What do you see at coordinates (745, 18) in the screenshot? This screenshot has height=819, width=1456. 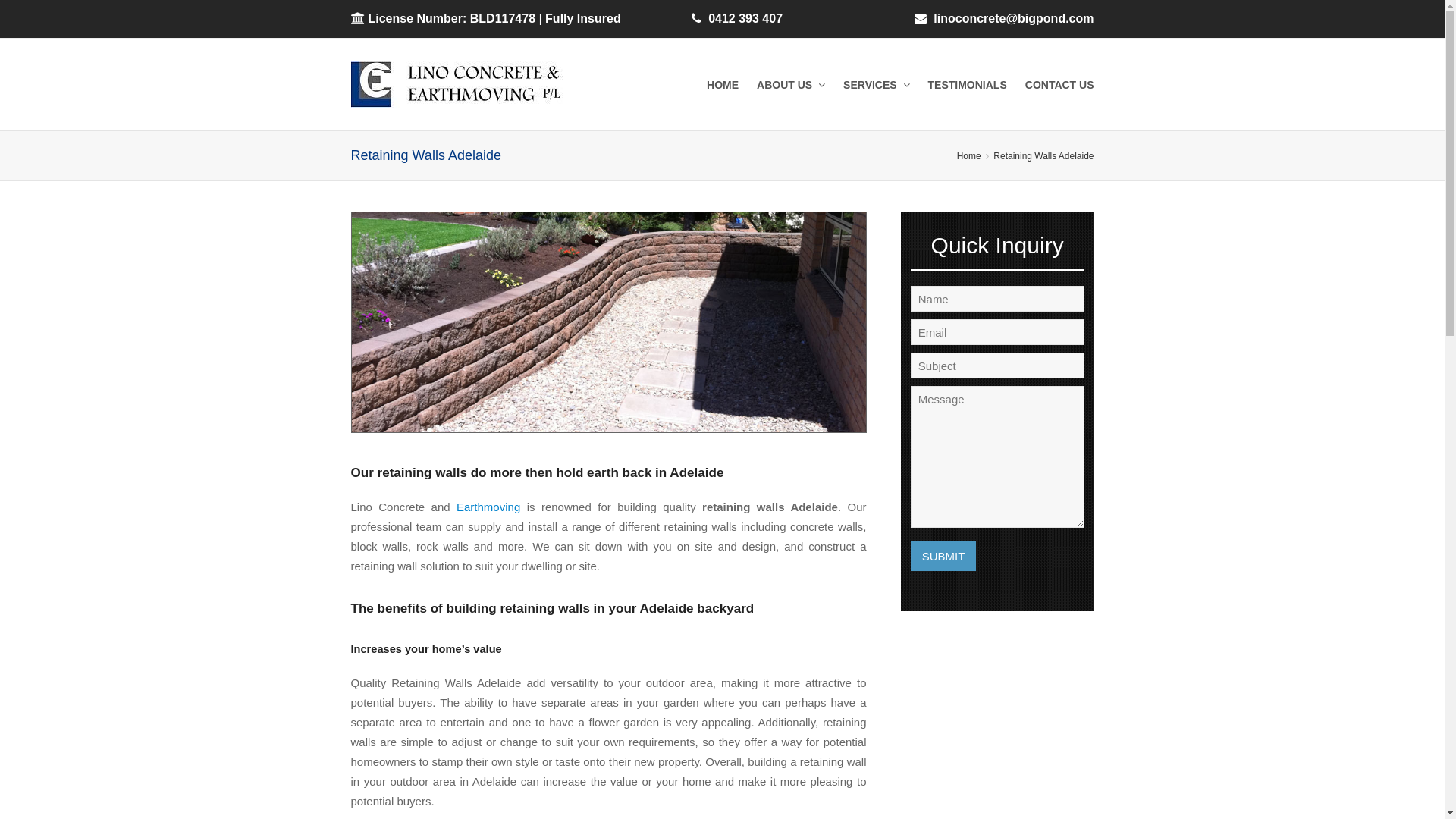 I see `'0412 393 407'` at bounding box center [745, 18].